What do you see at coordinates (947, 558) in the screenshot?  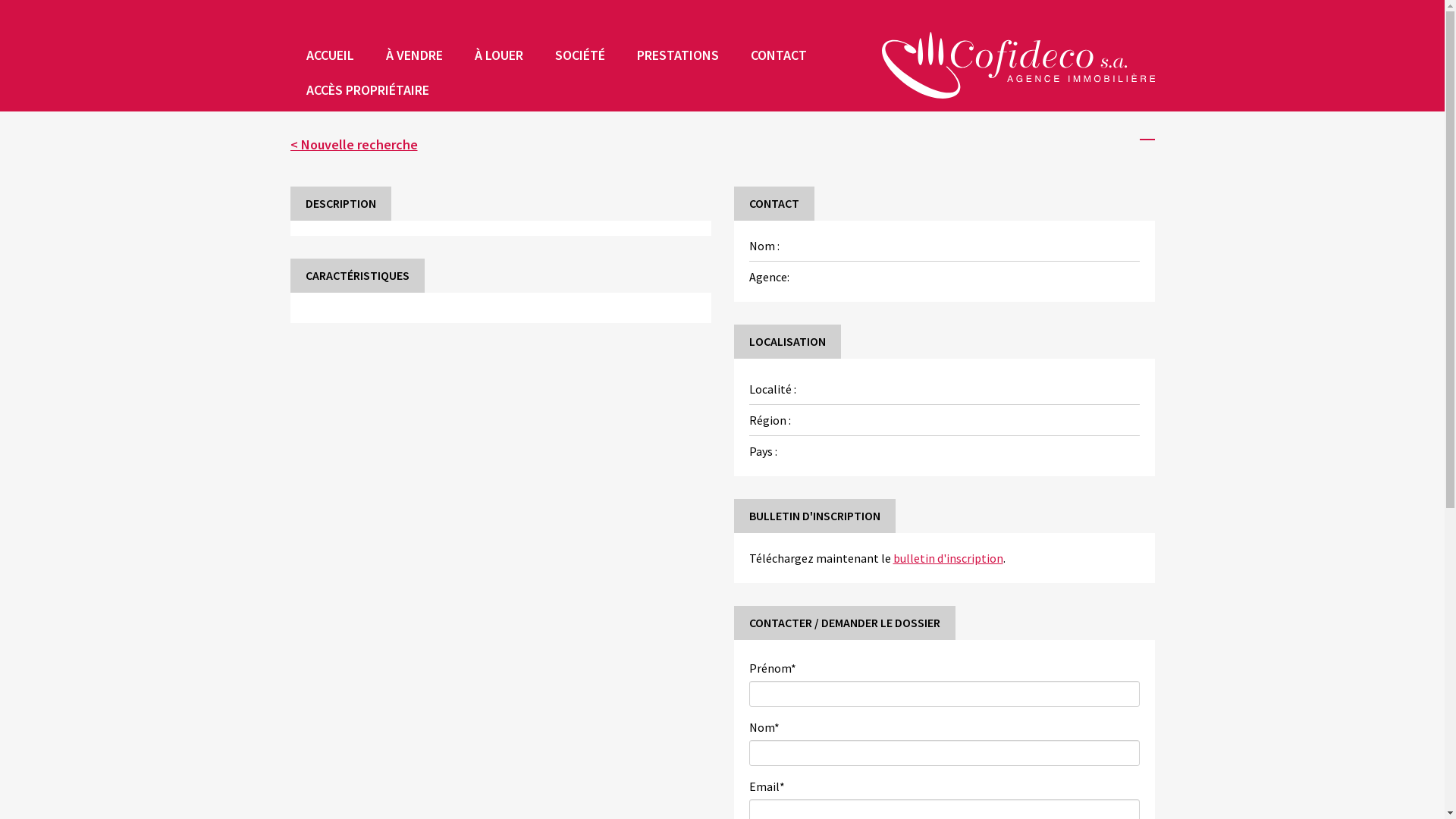 I see `'bulletin d'inscription'` at bounding box center [947, 558].